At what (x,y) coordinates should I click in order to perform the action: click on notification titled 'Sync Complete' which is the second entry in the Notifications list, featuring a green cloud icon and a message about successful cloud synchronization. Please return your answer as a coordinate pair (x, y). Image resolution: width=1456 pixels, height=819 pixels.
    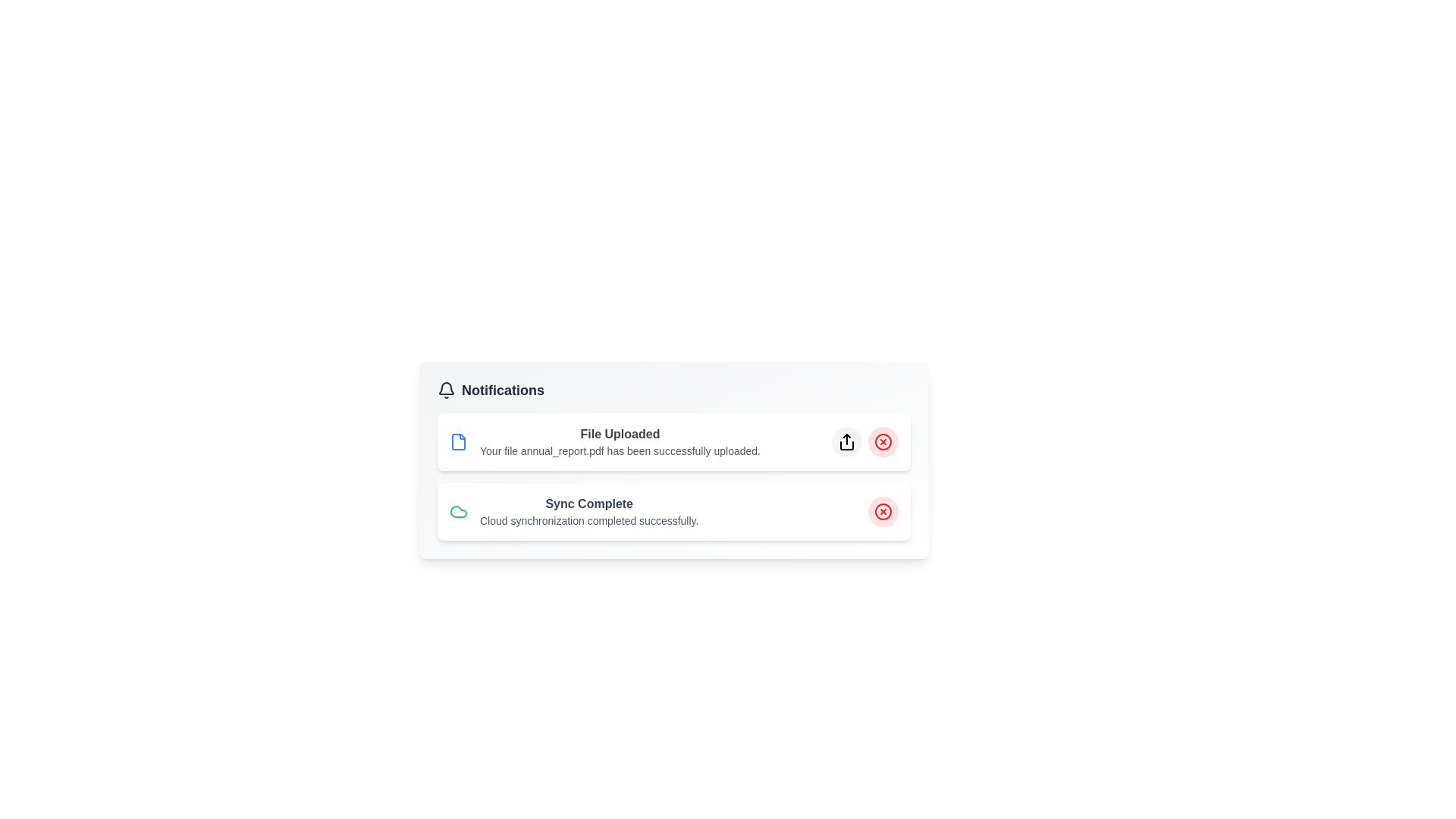
    Looking at the image, I should click on (573, 512).